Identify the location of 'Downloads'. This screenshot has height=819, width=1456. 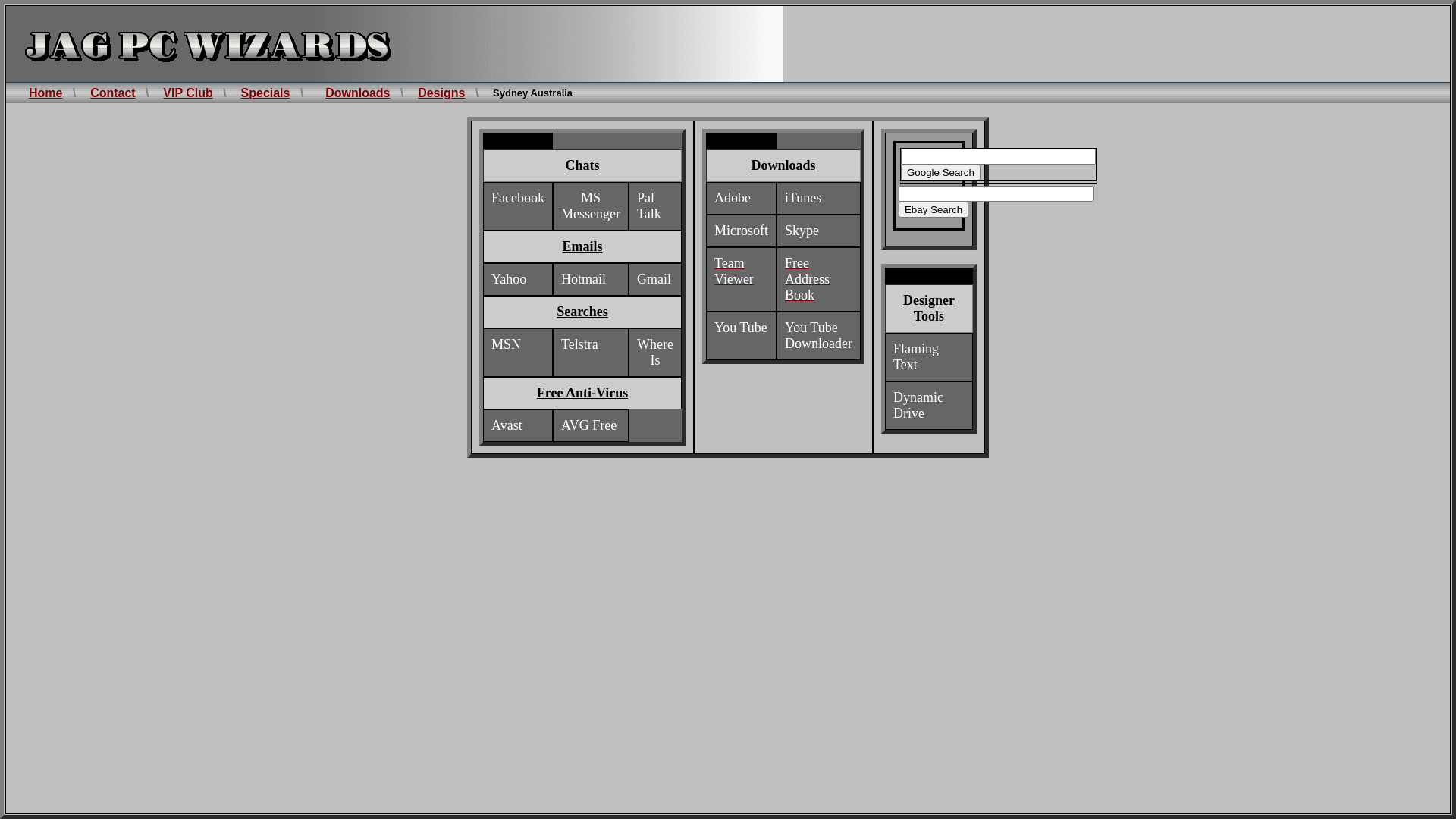
(356, 93).